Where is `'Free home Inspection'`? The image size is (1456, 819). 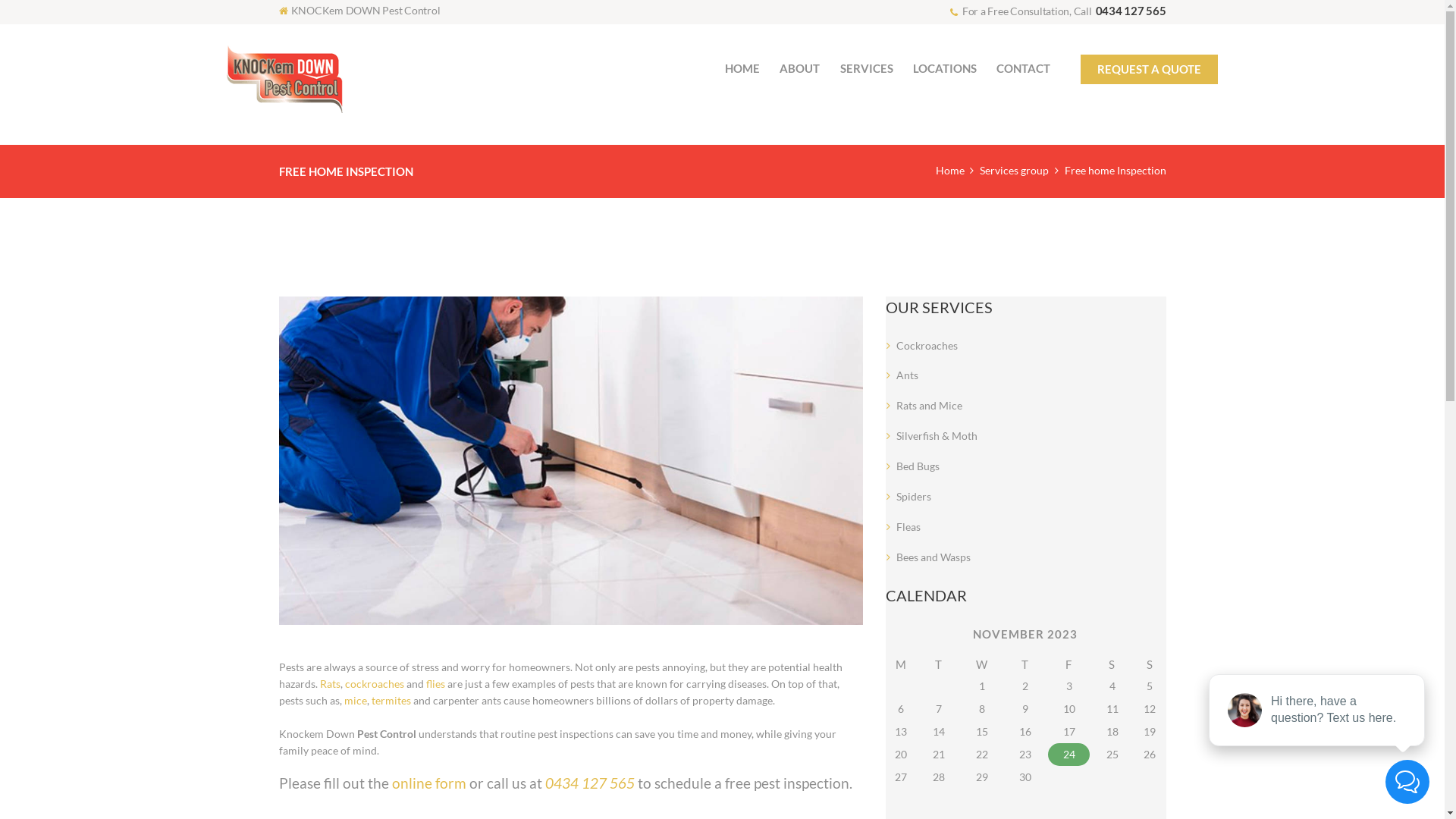
'Free home Inspection' is located at coordinates (570, 460).